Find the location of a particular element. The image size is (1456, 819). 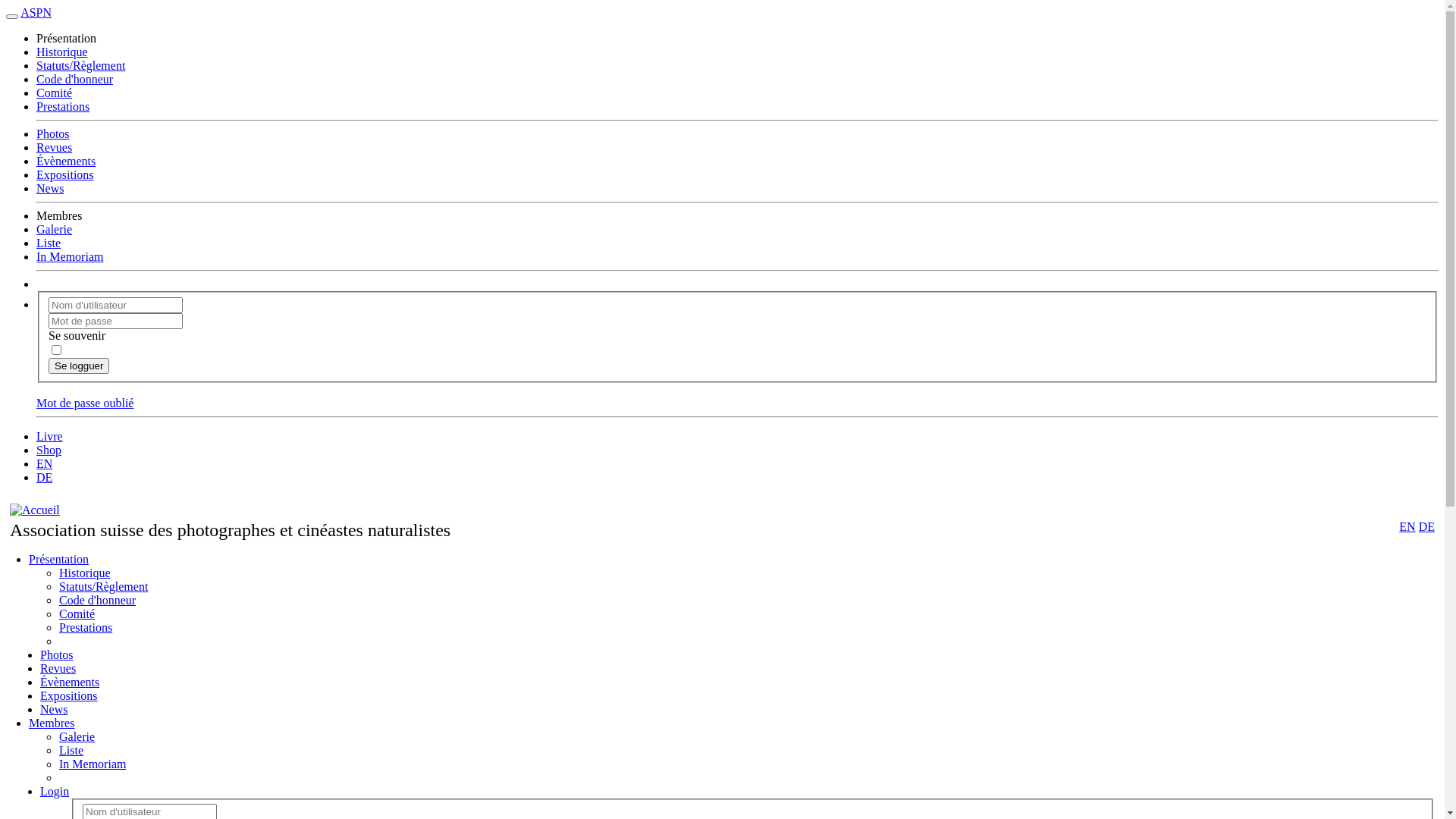

'DE' is located at coordinates (1418, 526).